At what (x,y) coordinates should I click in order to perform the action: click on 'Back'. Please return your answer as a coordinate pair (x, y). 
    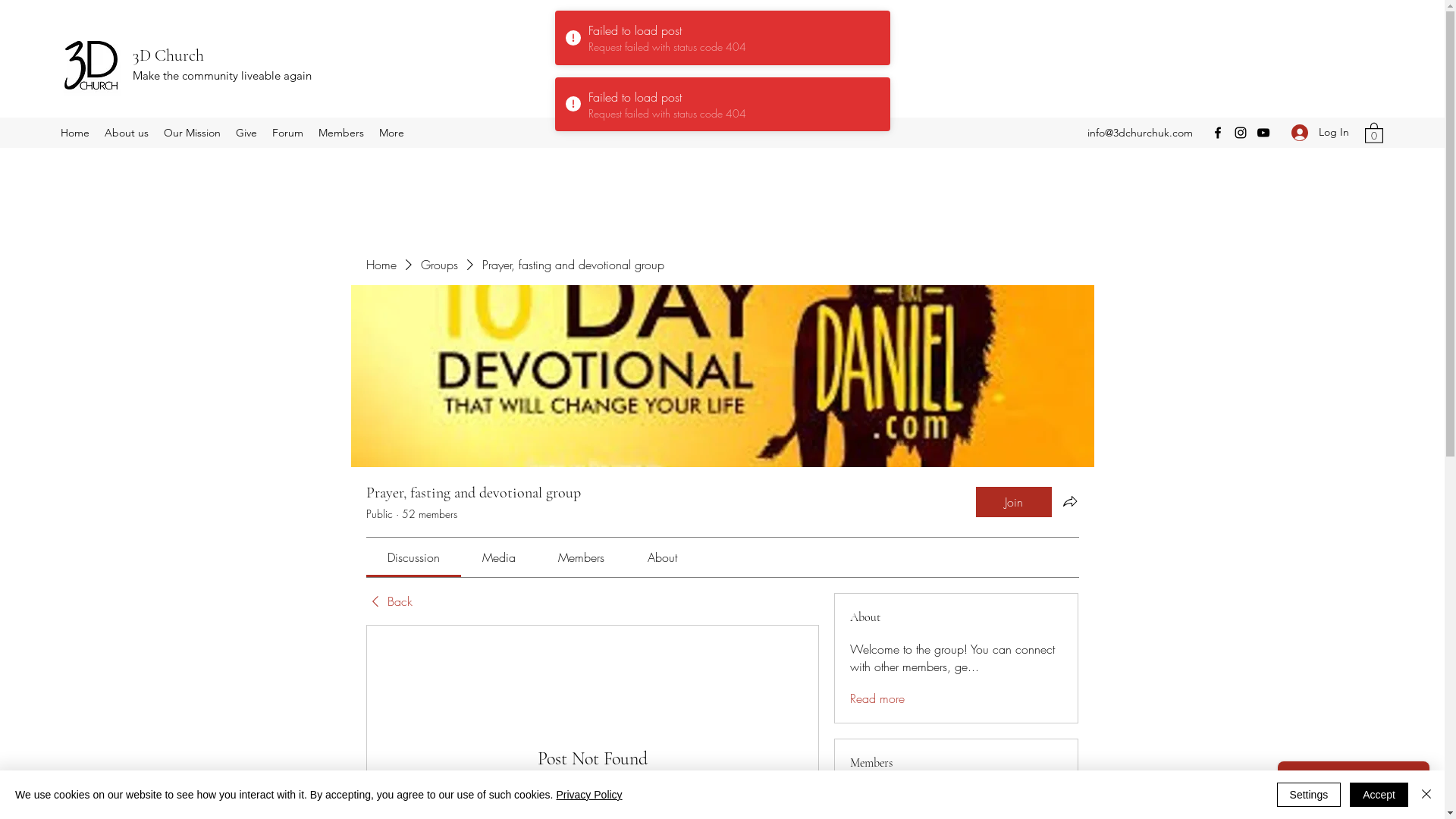
    Looking at the image, I should click on (388, 601).